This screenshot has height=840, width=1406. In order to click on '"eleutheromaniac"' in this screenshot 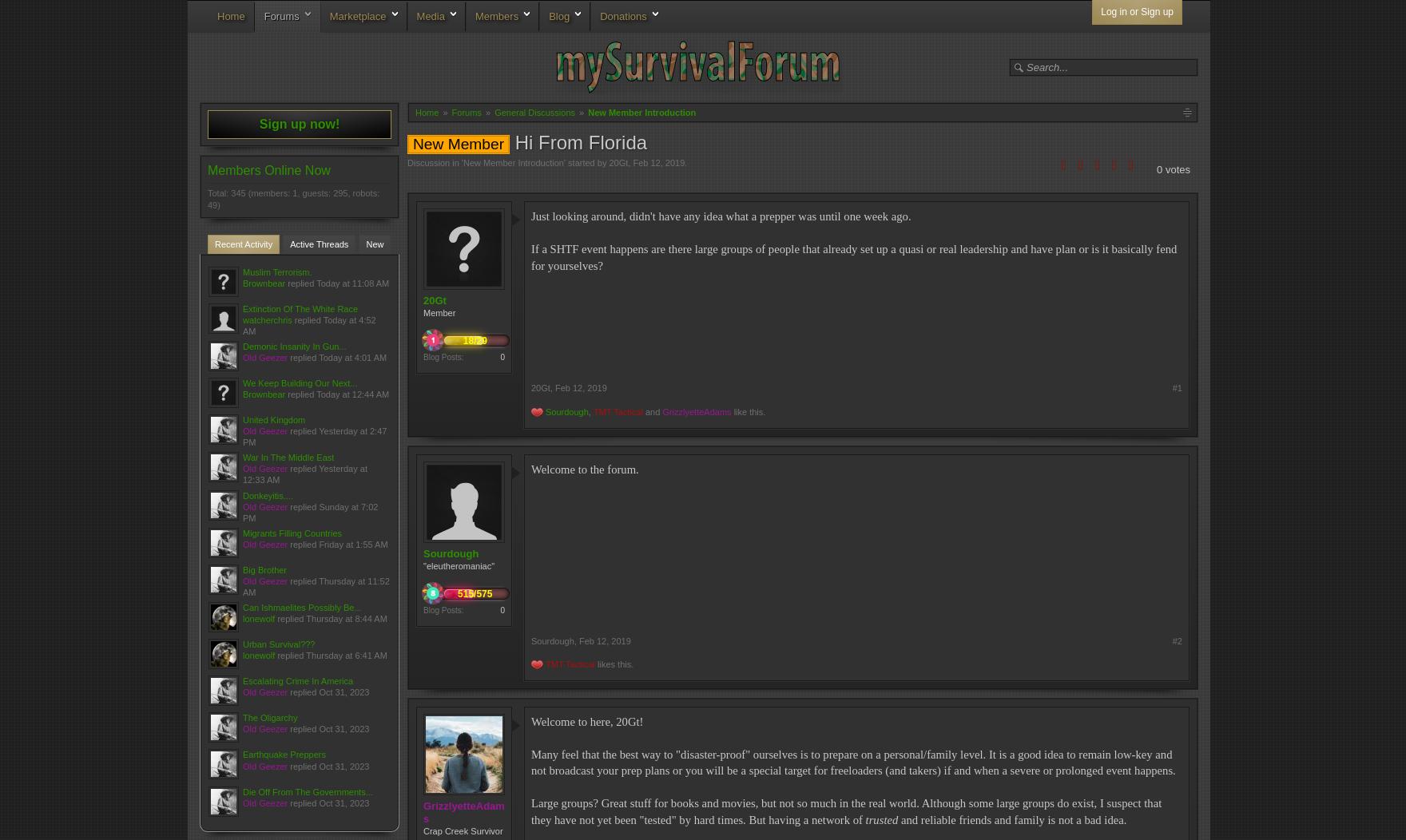, I will do `click(459, 565)`.